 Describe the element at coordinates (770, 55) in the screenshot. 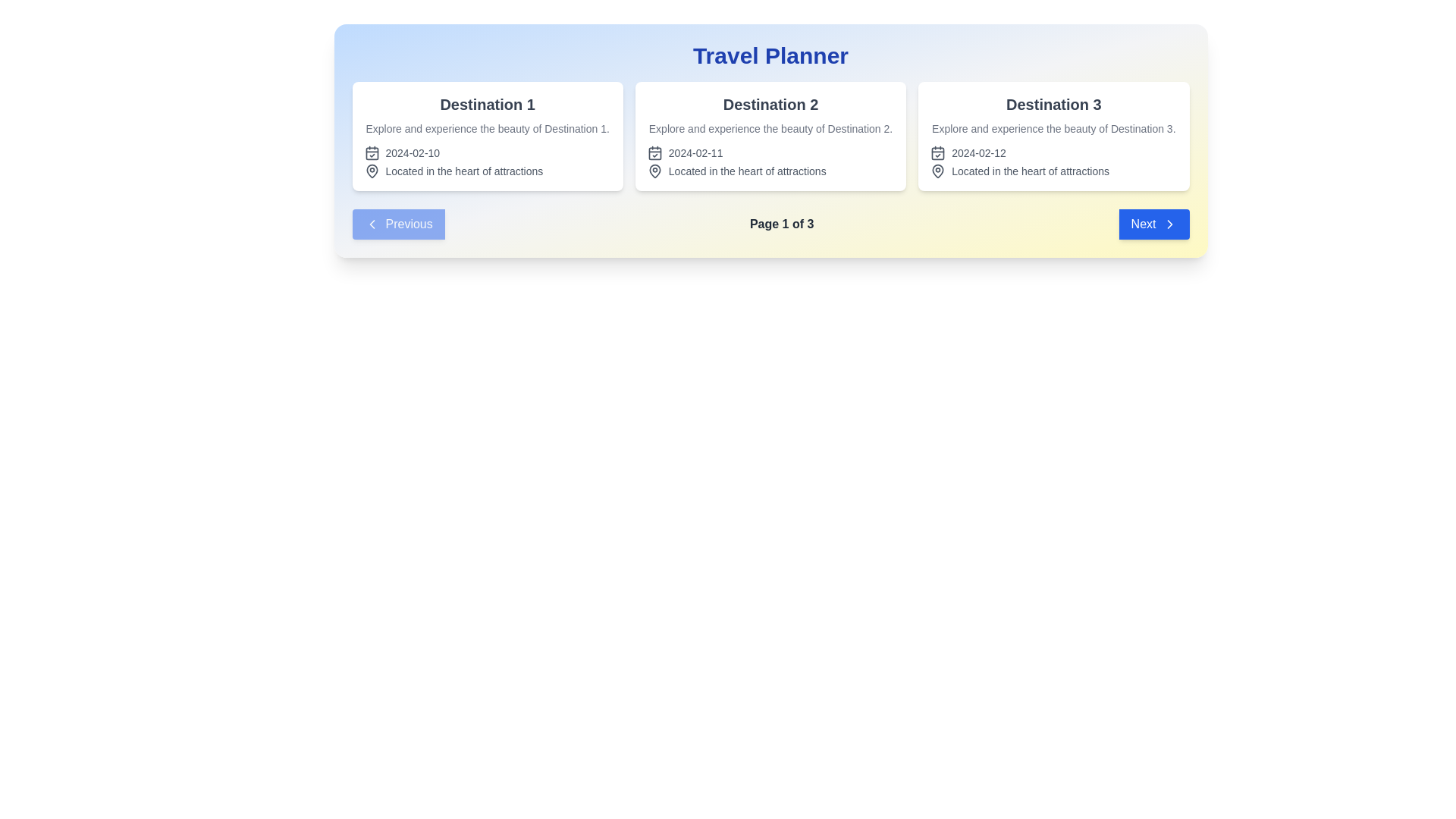

I see `the heading element indicating the purpose of the travel planner, which is located at the top of the interface above the main content` at that location.